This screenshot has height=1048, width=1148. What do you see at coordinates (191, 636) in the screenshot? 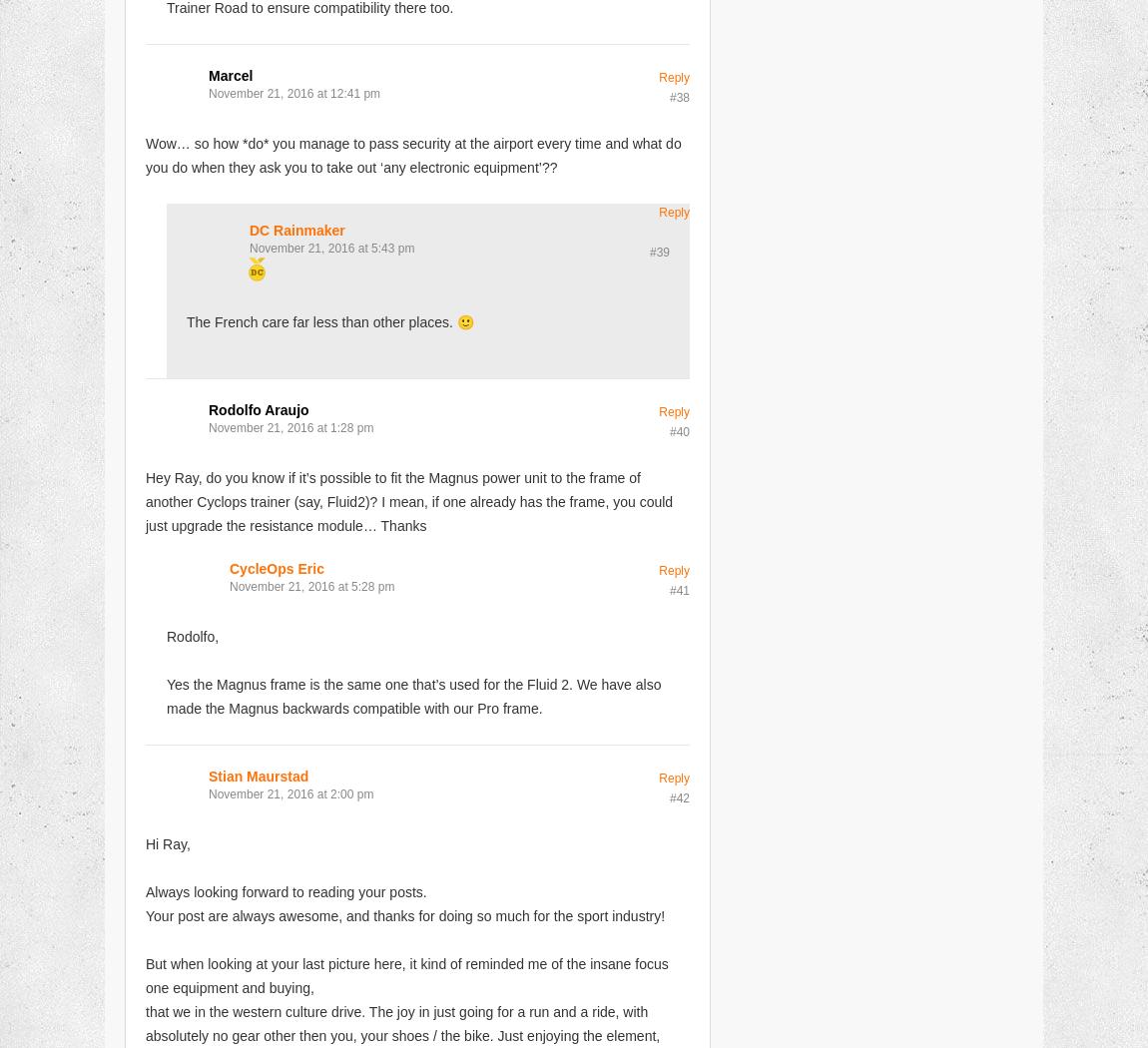
I see `'Rodolfo,'` at bounding box center [191, 636].